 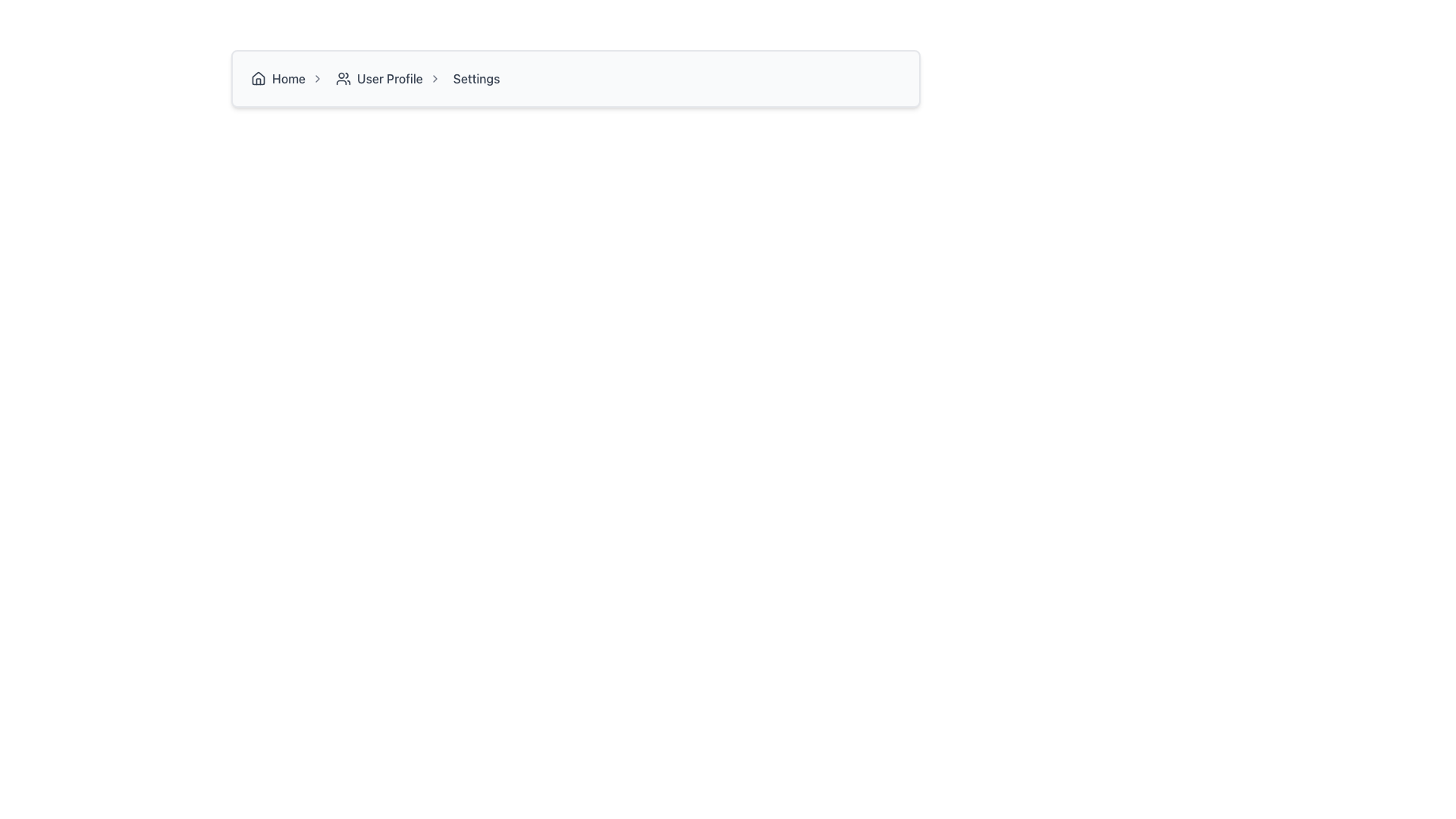 What do you see at coordinates (288, 79) in the screenshot?
I see `the 'Home' text label in the breadcrumb navigation system` at bounding box center [288, 79].